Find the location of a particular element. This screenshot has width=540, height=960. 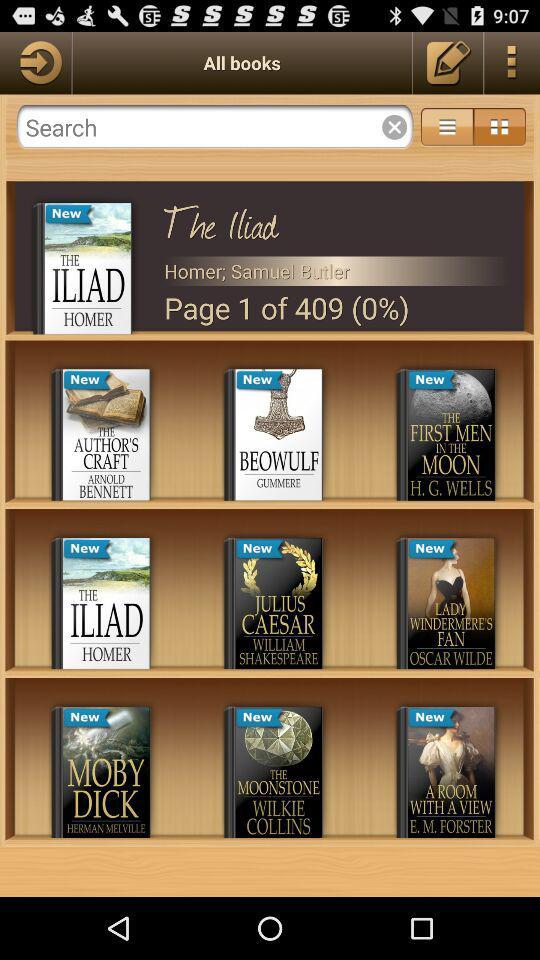

the arrow_forward icon is located at coordinates (35, 67).